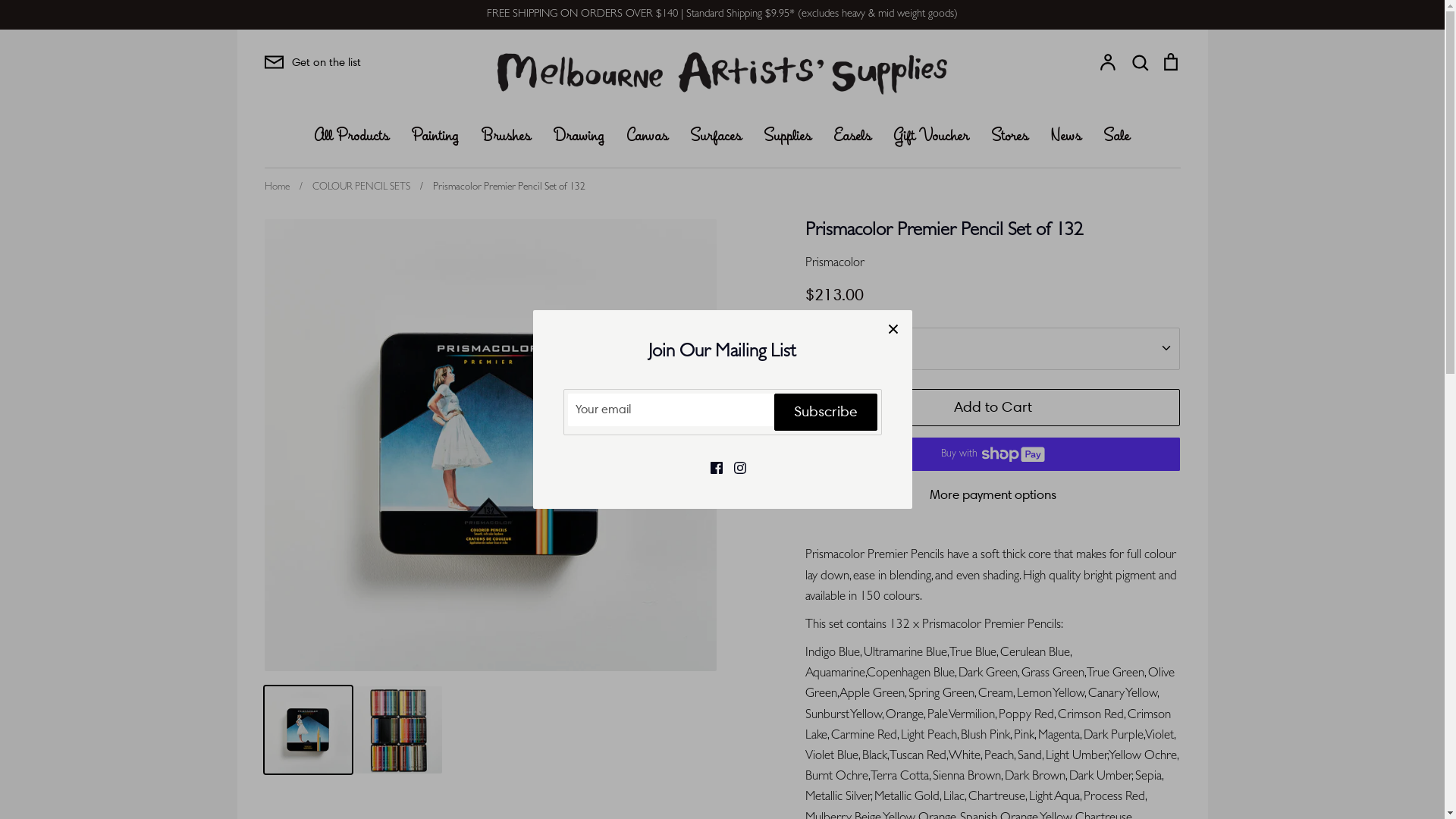 Image resolution: width=1456 pixels, height=819 pixels. I want to click on '/ Prismacolor Premier Pencil Set of 132', so click(498, 187).